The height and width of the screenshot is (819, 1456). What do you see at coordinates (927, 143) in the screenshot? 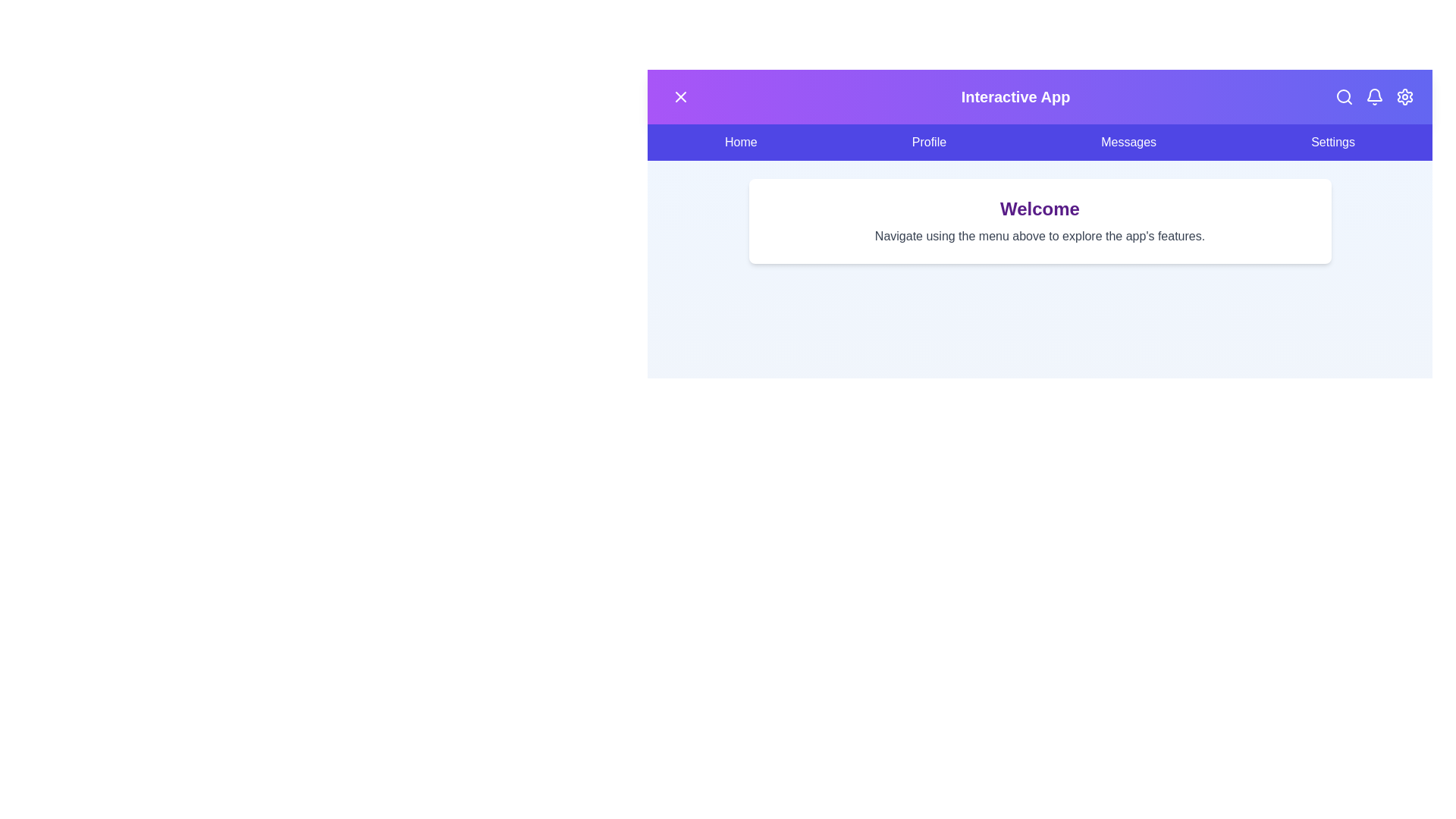
I see `the Profile menu item to navigate to the respective section` at bounding box center [927, 143].